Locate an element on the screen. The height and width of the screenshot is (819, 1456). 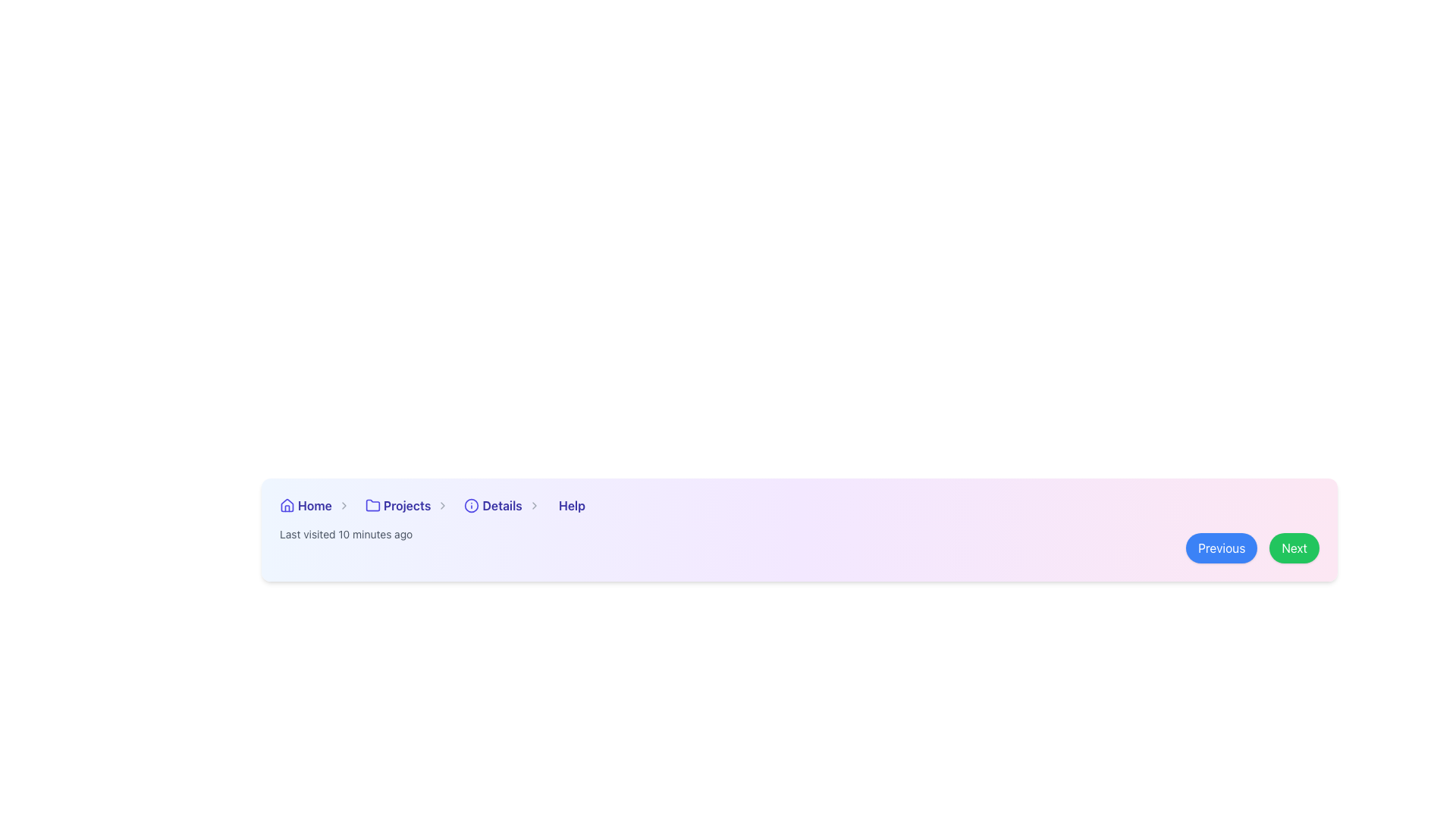
the hyperlink labeled 'Details' located on the navigation bar, positioned between the information icon and the 'Help' text, which is the third interactive element from the left is located at coordinates (502, 506).